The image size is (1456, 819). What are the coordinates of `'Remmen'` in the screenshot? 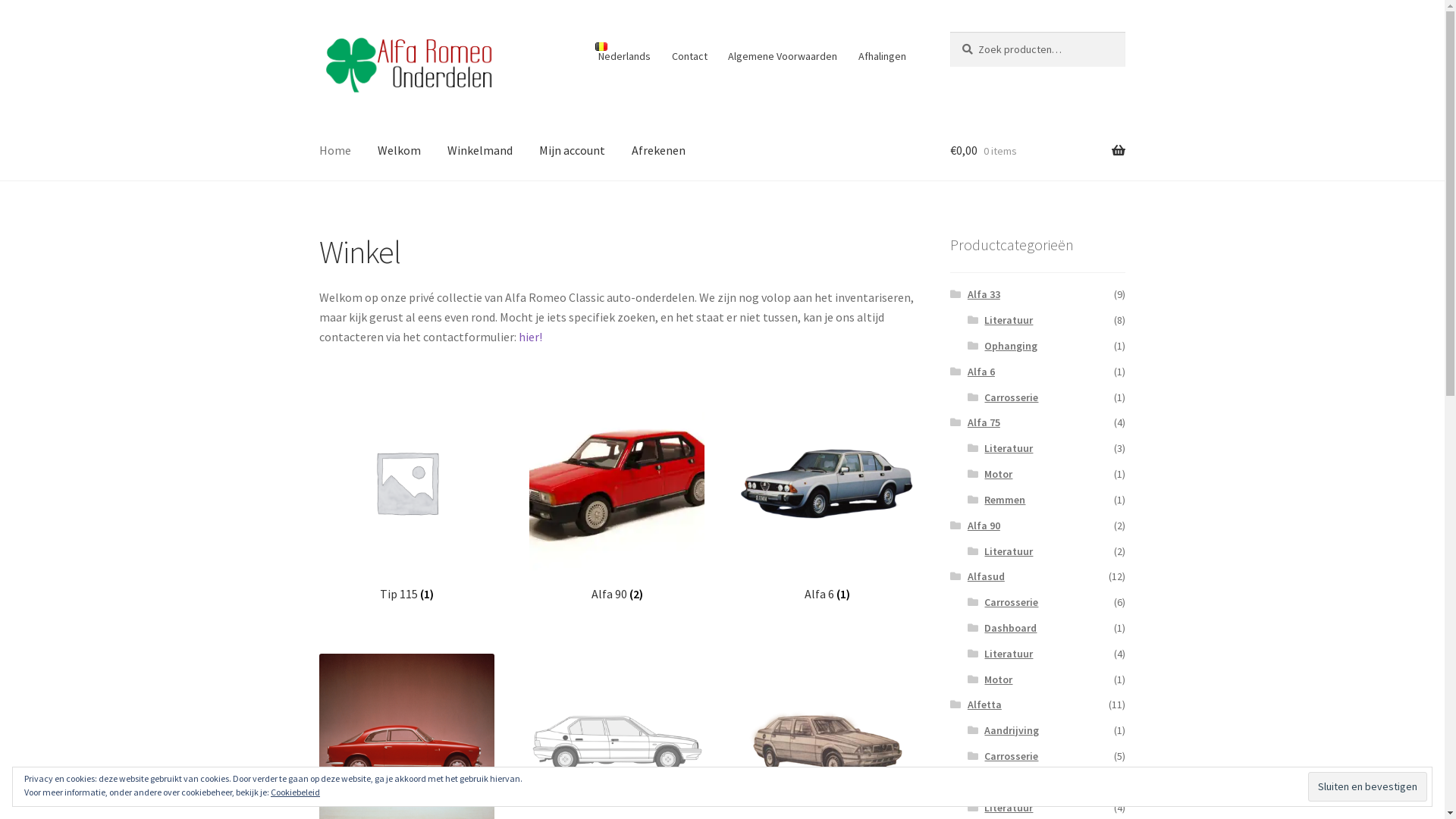 It's located at (1004, 500).